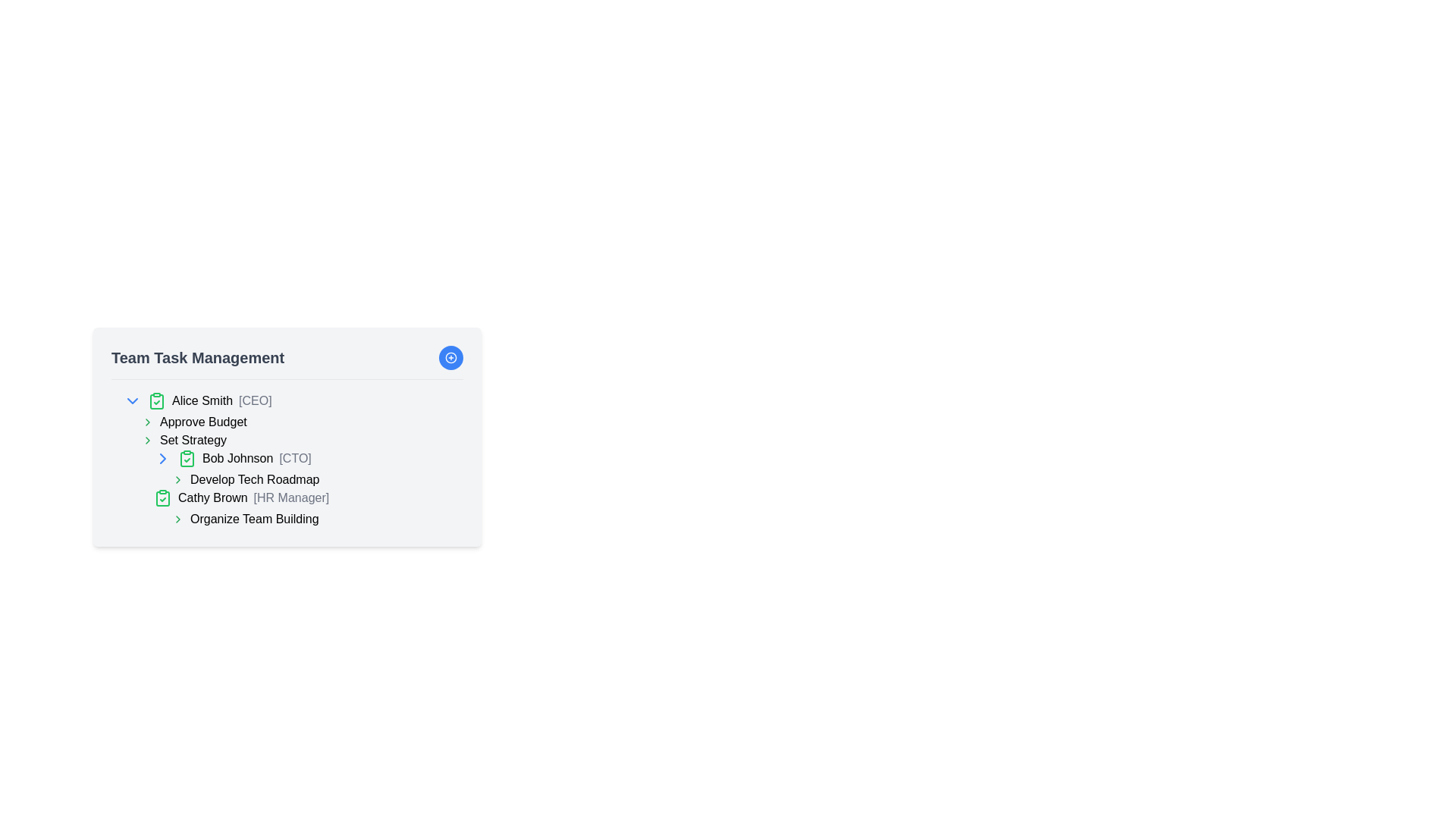  Describe the element at coordinates (256, 458) in the screenshot. I see `the label representing the name and role of an individual in the task management system, which is the third item under 'Set Strategy' and located to the right of a green checkmark icon` at that location.